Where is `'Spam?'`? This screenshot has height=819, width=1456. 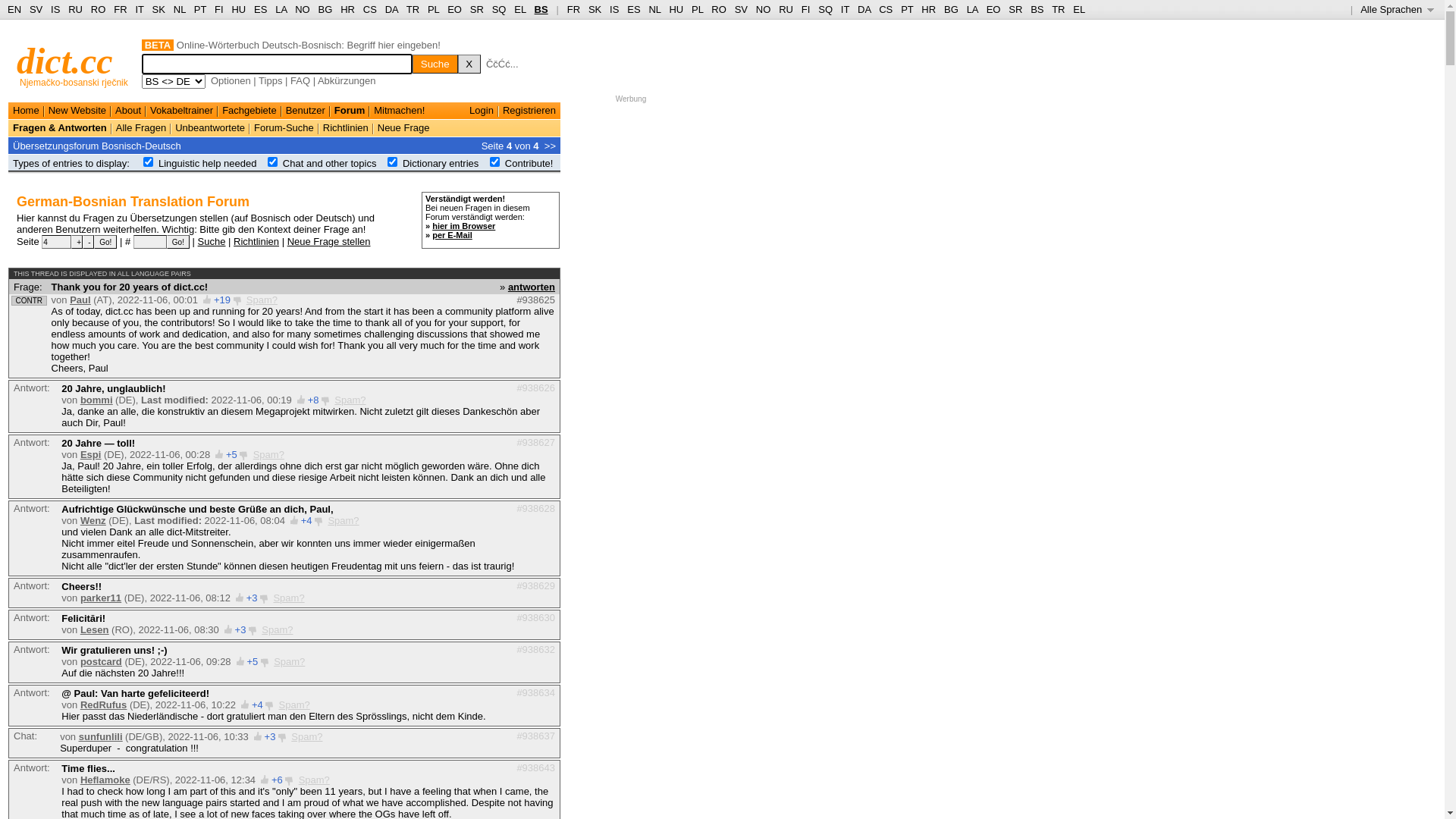
'Spam?' is located at coordinates (262, 300).